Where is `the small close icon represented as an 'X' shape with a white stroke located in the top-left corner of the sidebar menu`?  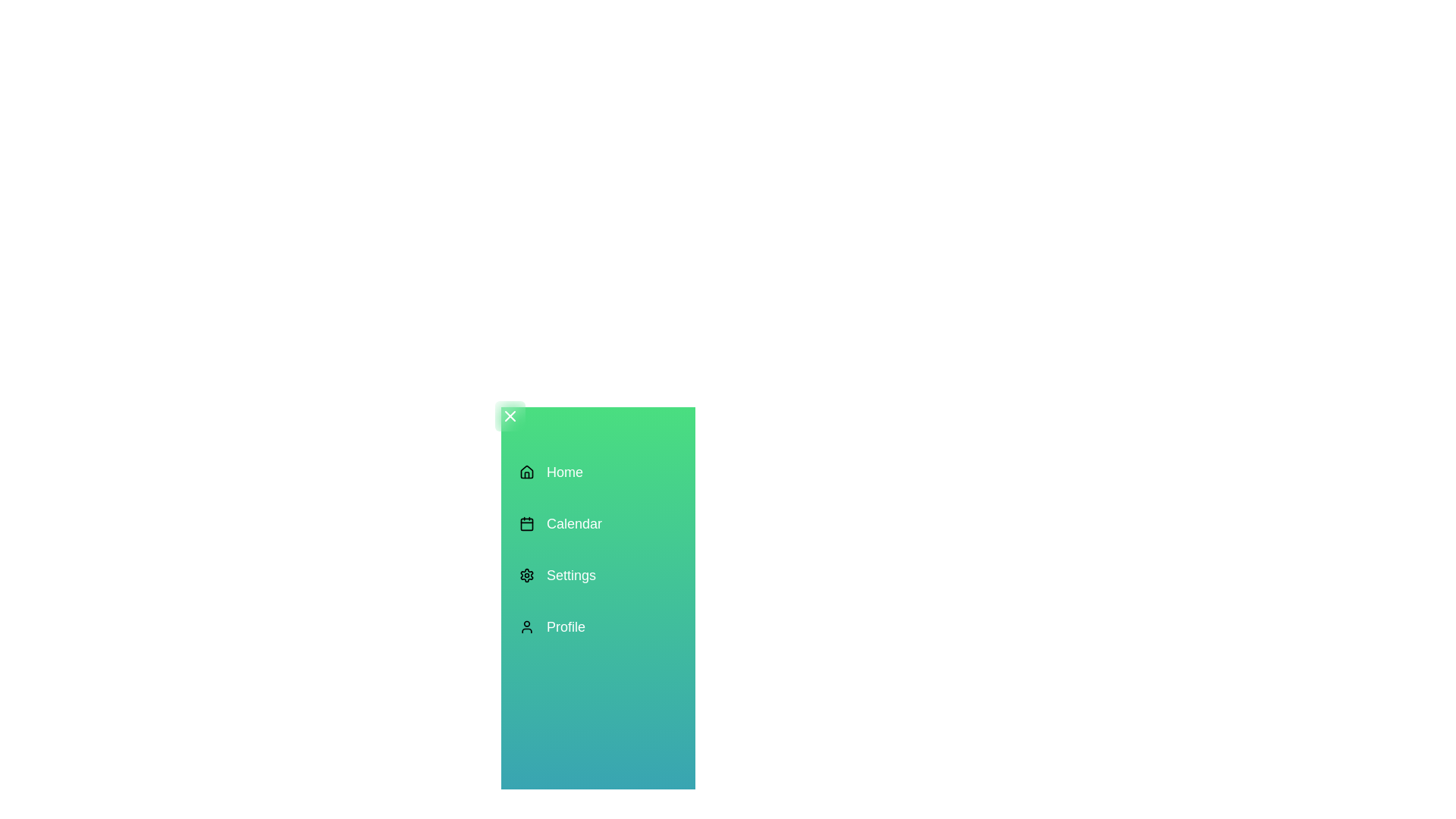 the small close icon represented as an 'X' shape with a white stroke located in the top-left corner of the sidebar menu is located at coordinates (510, 416).